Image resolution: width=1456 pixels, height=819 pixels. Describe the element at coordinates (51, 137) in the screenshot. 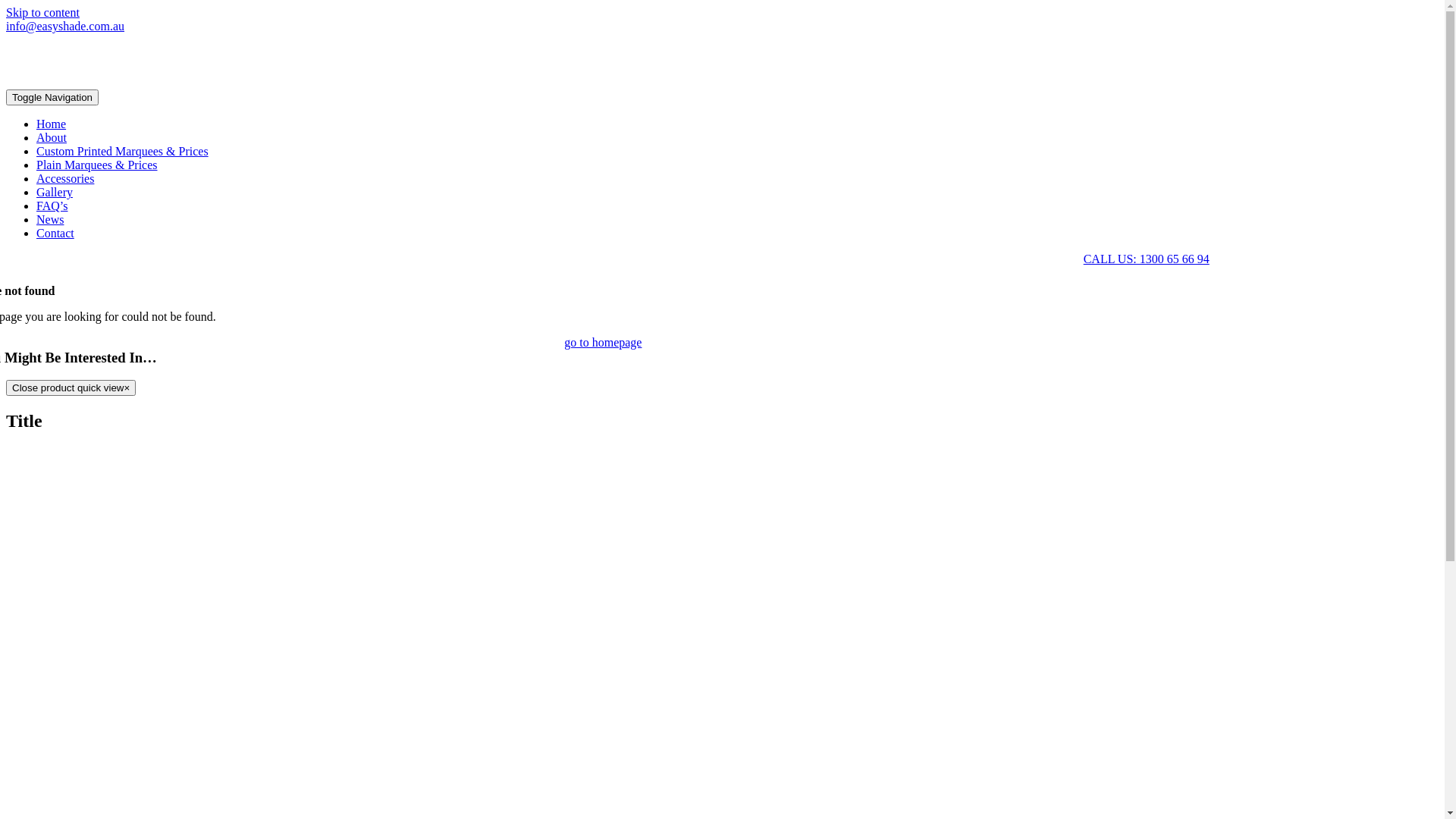

I see `'About'` at that location.